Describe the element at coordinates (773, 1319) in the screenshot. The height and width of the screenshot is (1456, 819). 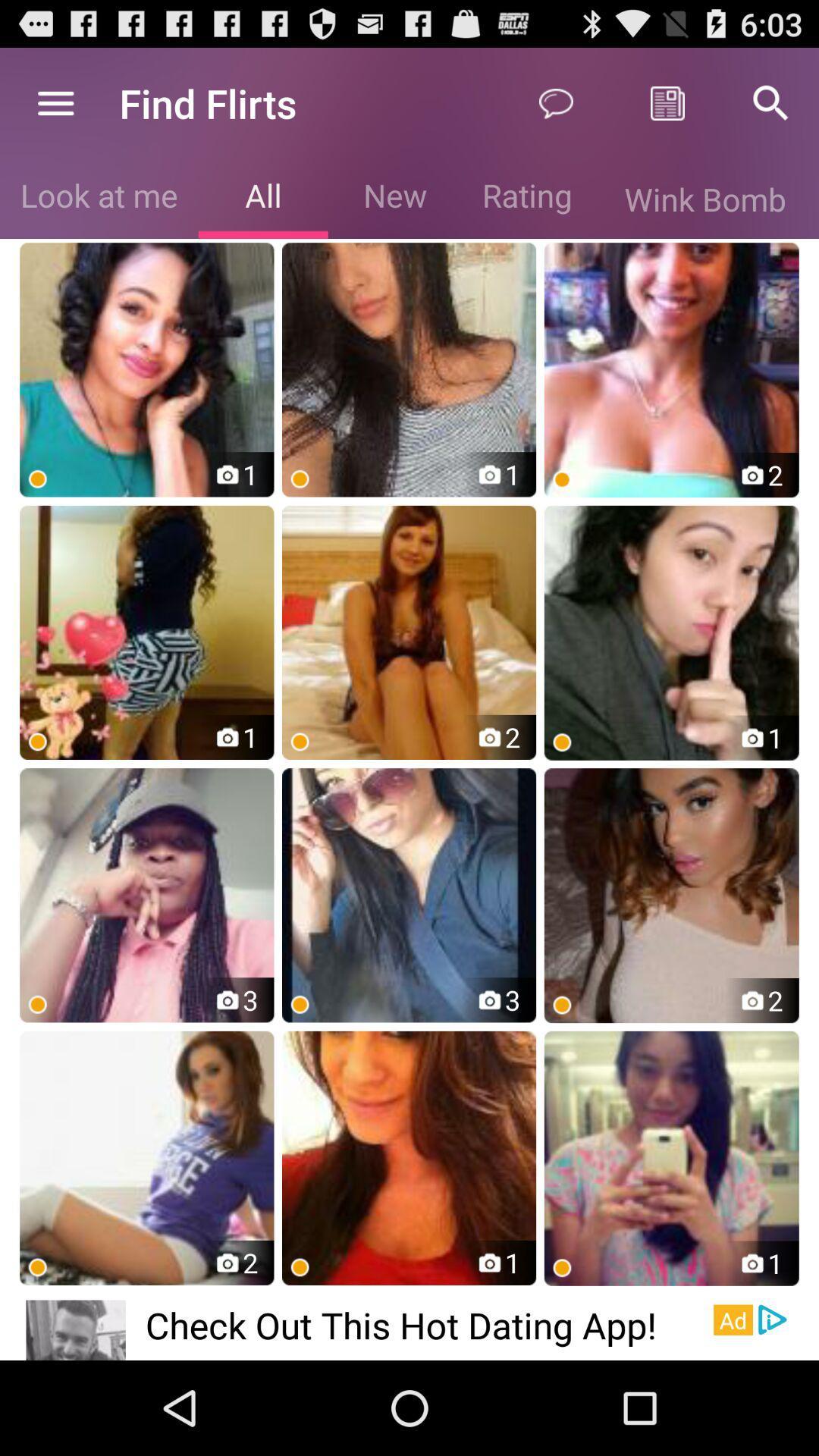
I see `app next to  ad  icon` at that location.